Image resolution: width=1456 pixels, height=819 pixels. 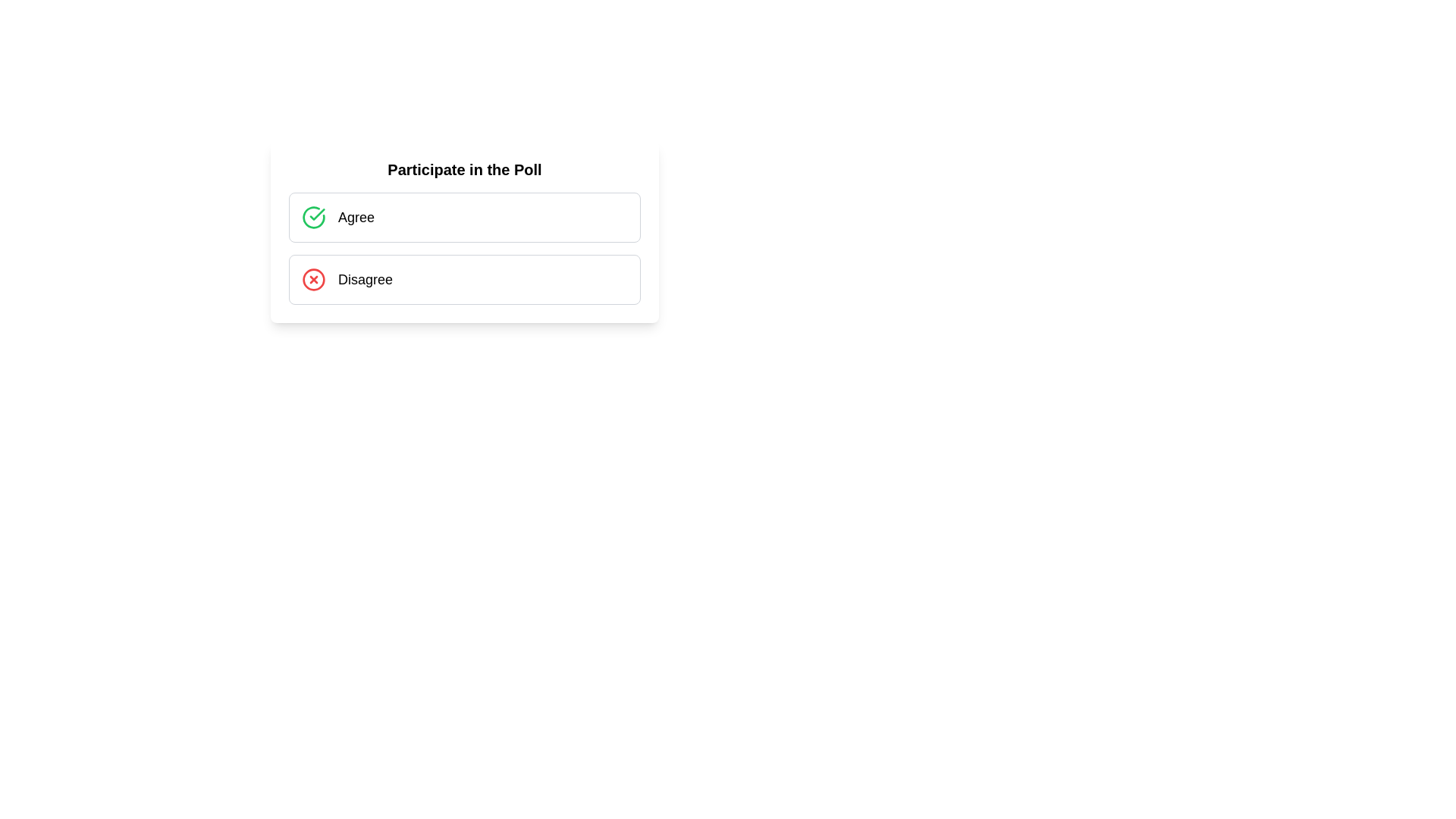 What do you see at coordinates (312, 217) in the screenshot?
I see `the green circular icon with a checkmark symbol, located to the left of the 'Agree' text label in the 'Participate in the Poll' options` at bounding box center [312, 217].